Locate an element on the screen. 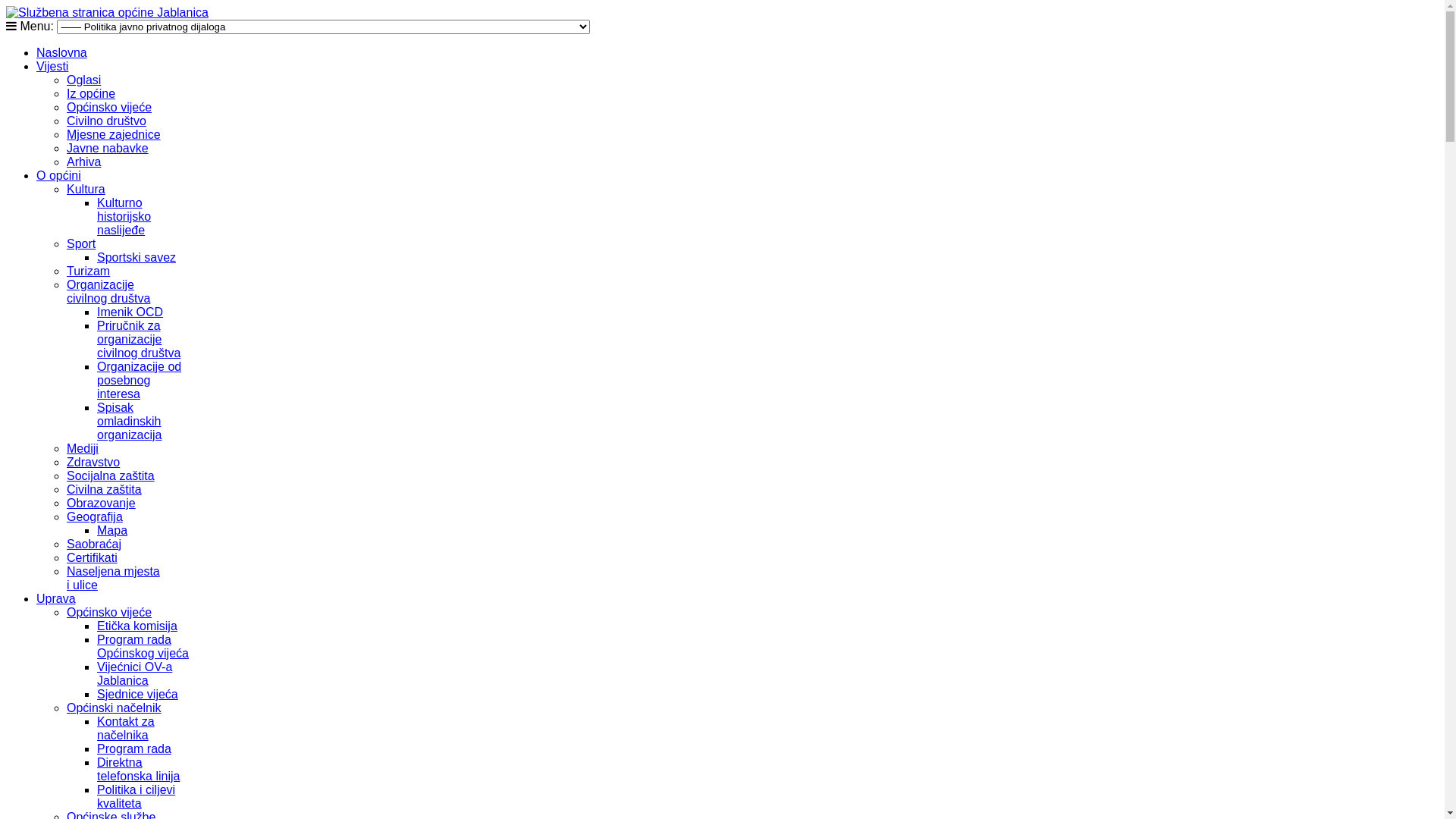 The image size is (1456, 819). 'Vijesti' is located at coordinates (36, 65).